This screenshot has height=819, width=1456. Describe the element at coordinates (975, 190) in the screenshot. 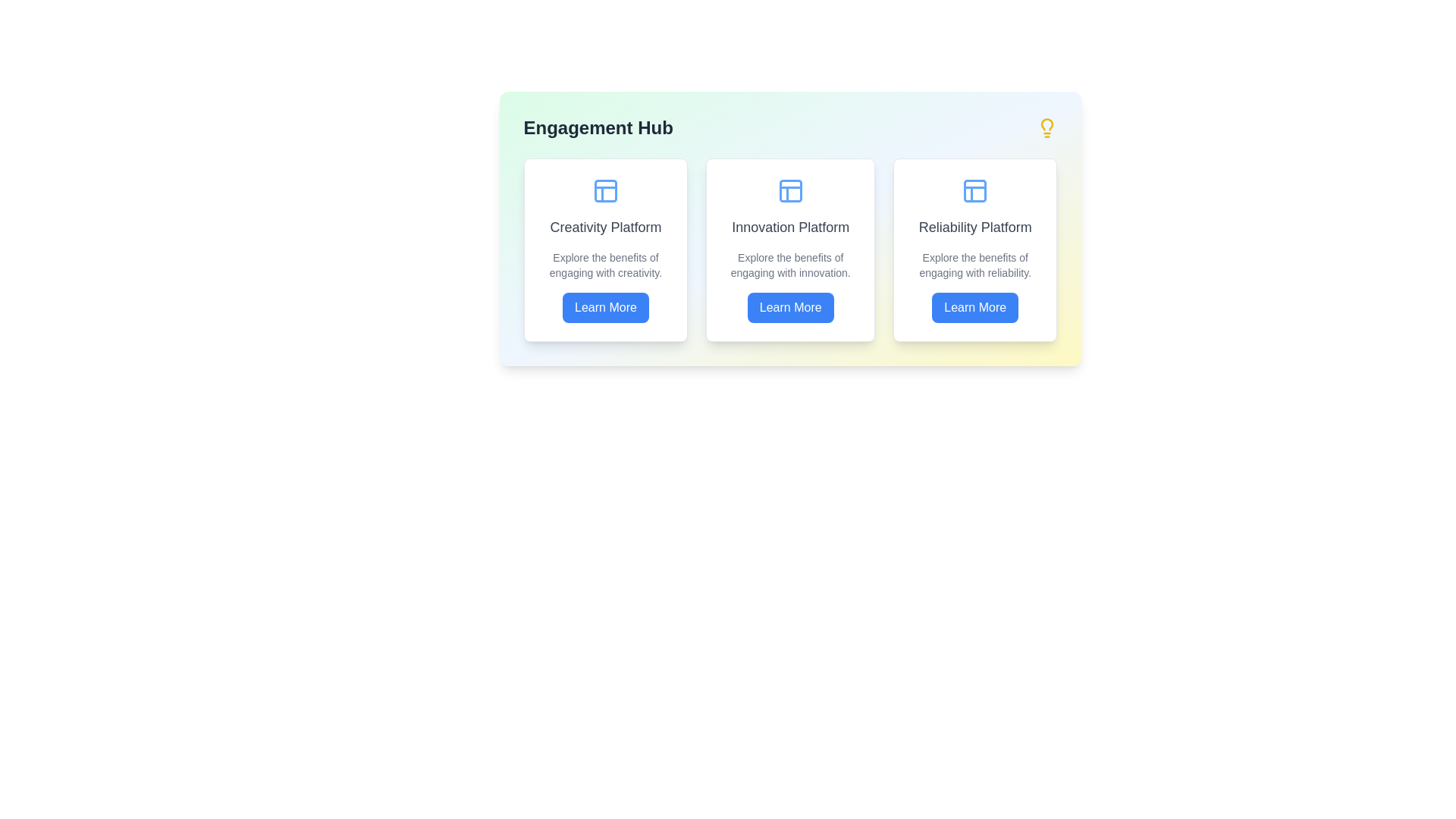

I see `the small rounded rectangle with a blue border located at the center of the panel graphic icon within the 'Reliability Platform' card in the 'Engagement Hub'` at that location.